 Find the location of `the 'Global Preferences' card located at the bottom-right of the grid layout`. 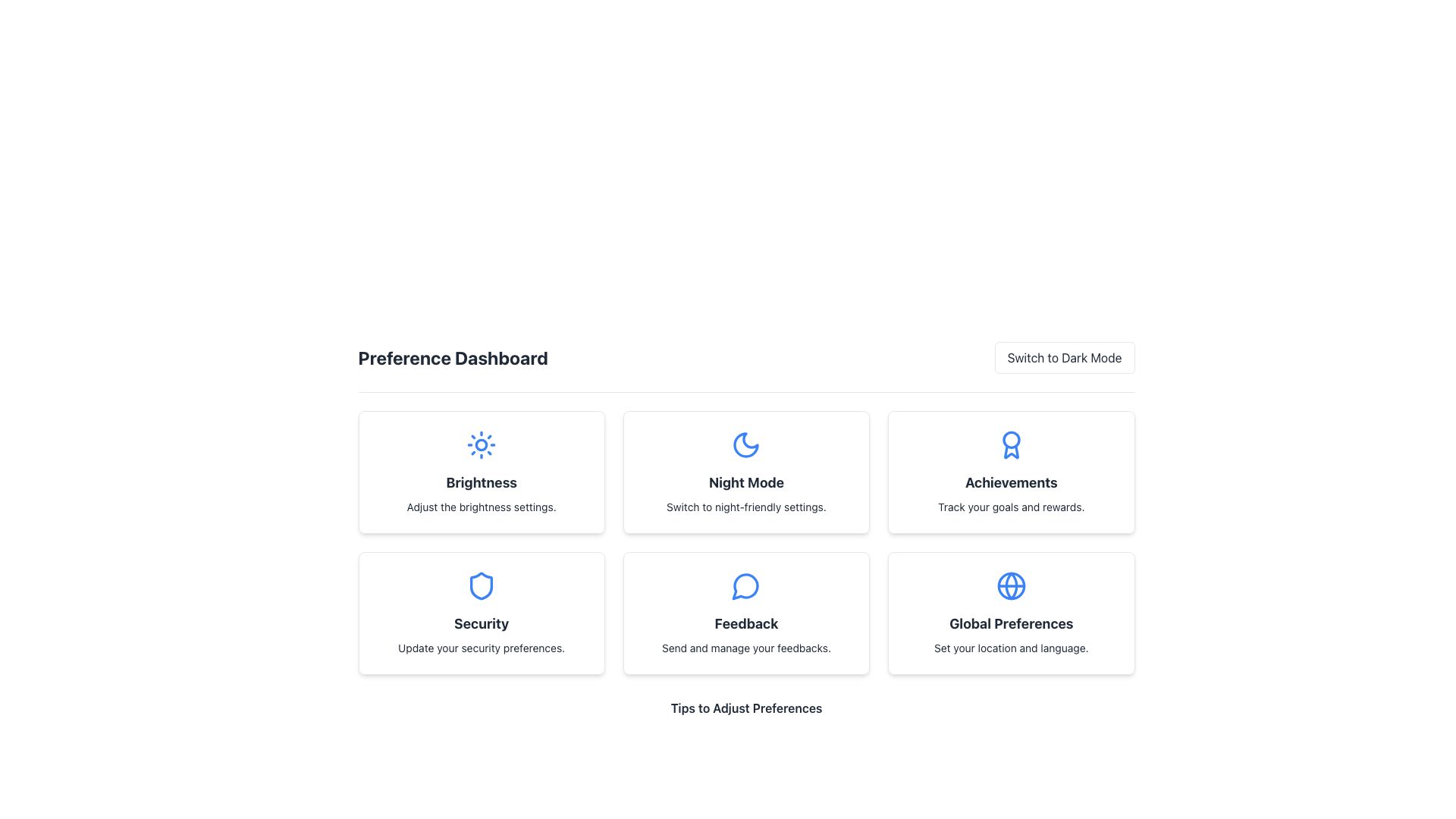

the 'Global Preferences' card located at the bottom-right of the grid layout is located at coordinates (1011, 613).